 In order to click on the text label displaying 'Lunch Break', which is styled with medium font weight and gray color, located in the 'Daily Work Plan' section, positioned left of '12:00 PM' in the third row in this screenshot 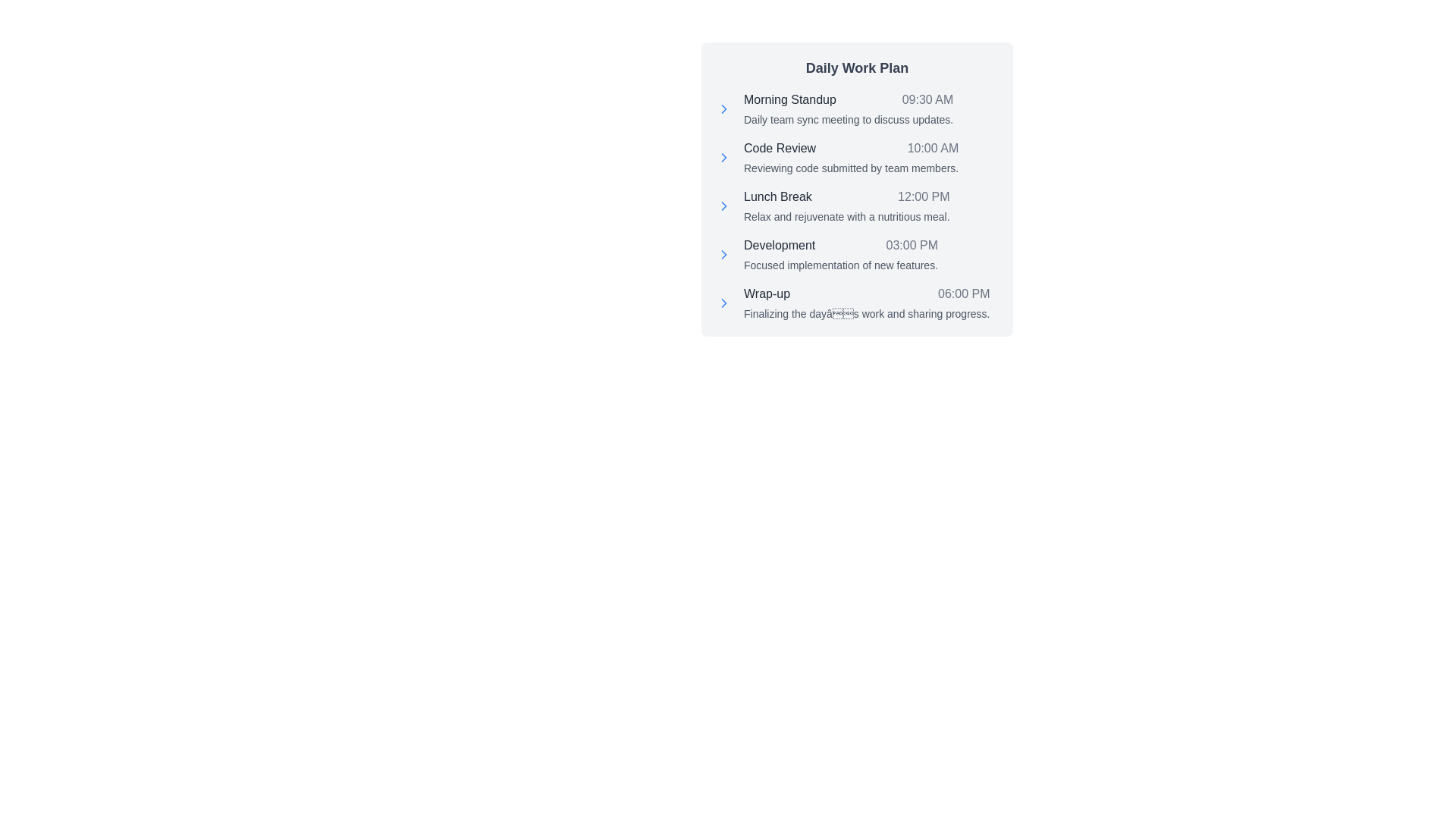, I will do `click(777, 196)`.